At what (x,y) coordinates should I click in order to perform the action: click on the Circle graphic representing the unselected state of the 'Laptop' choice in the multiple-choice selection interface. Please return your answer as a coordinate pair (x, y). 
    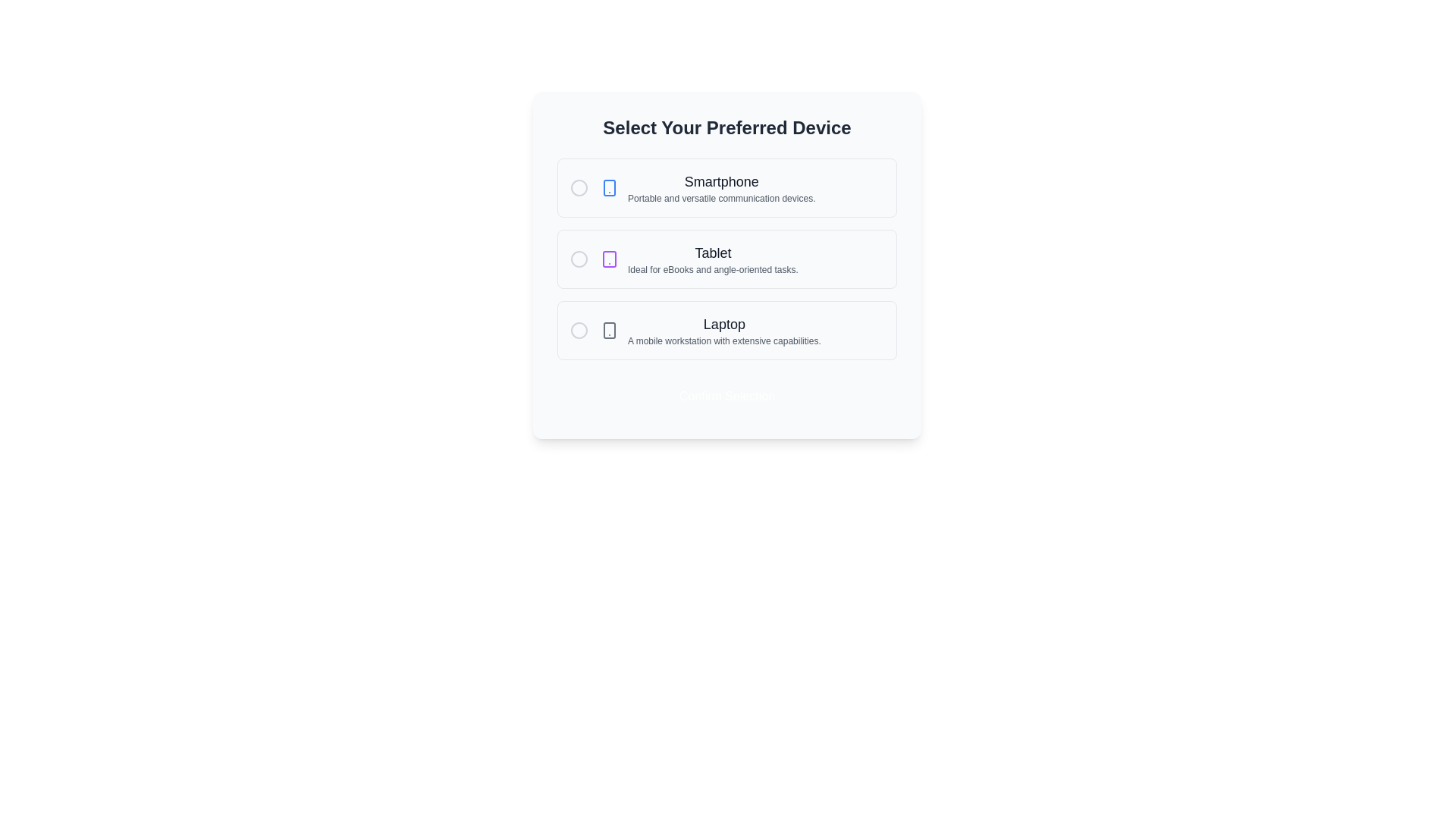
    Looking at the image, I should click on (578, 329).